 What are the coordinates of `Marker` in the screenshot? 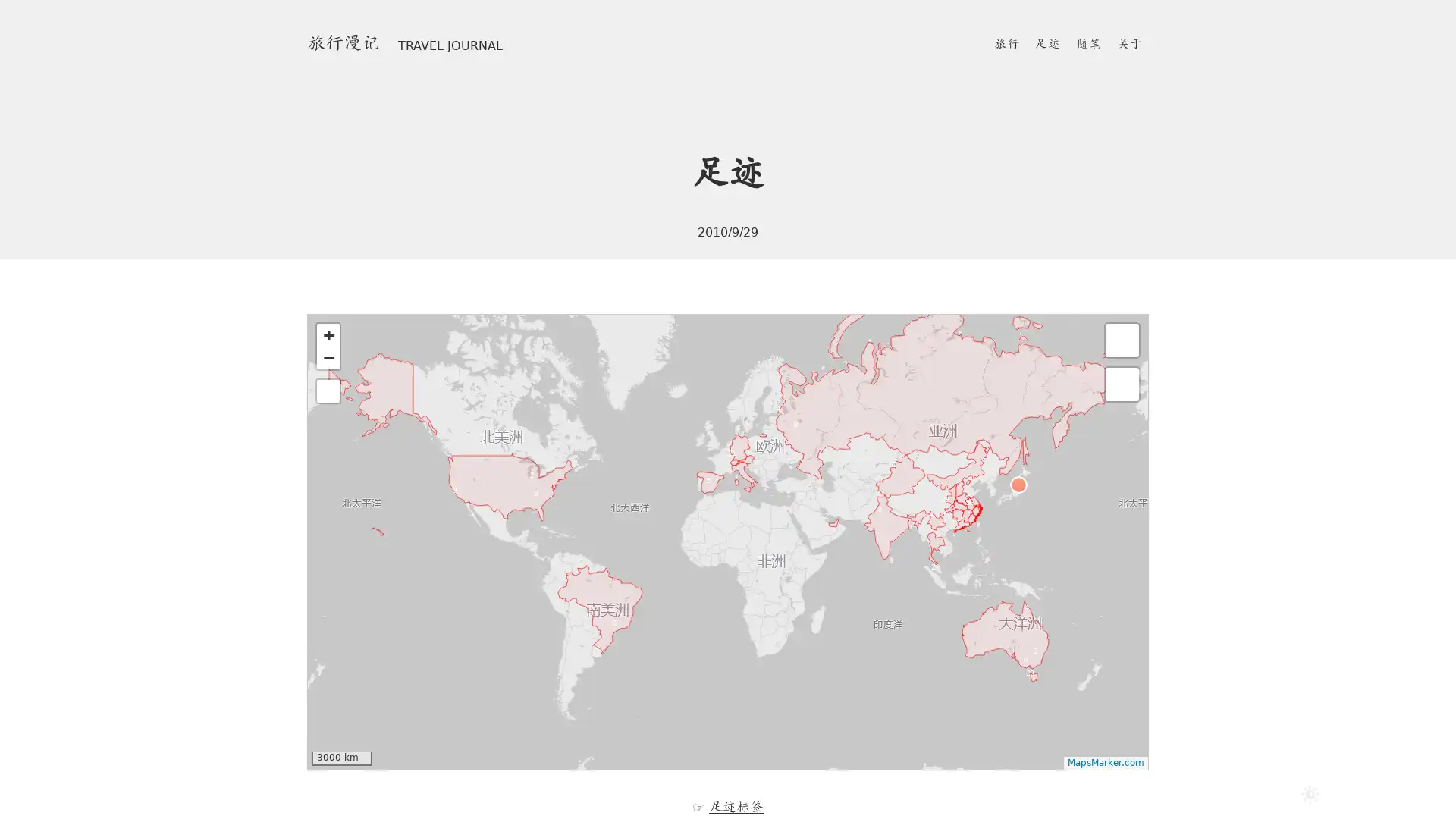 It's located at (873, 524).